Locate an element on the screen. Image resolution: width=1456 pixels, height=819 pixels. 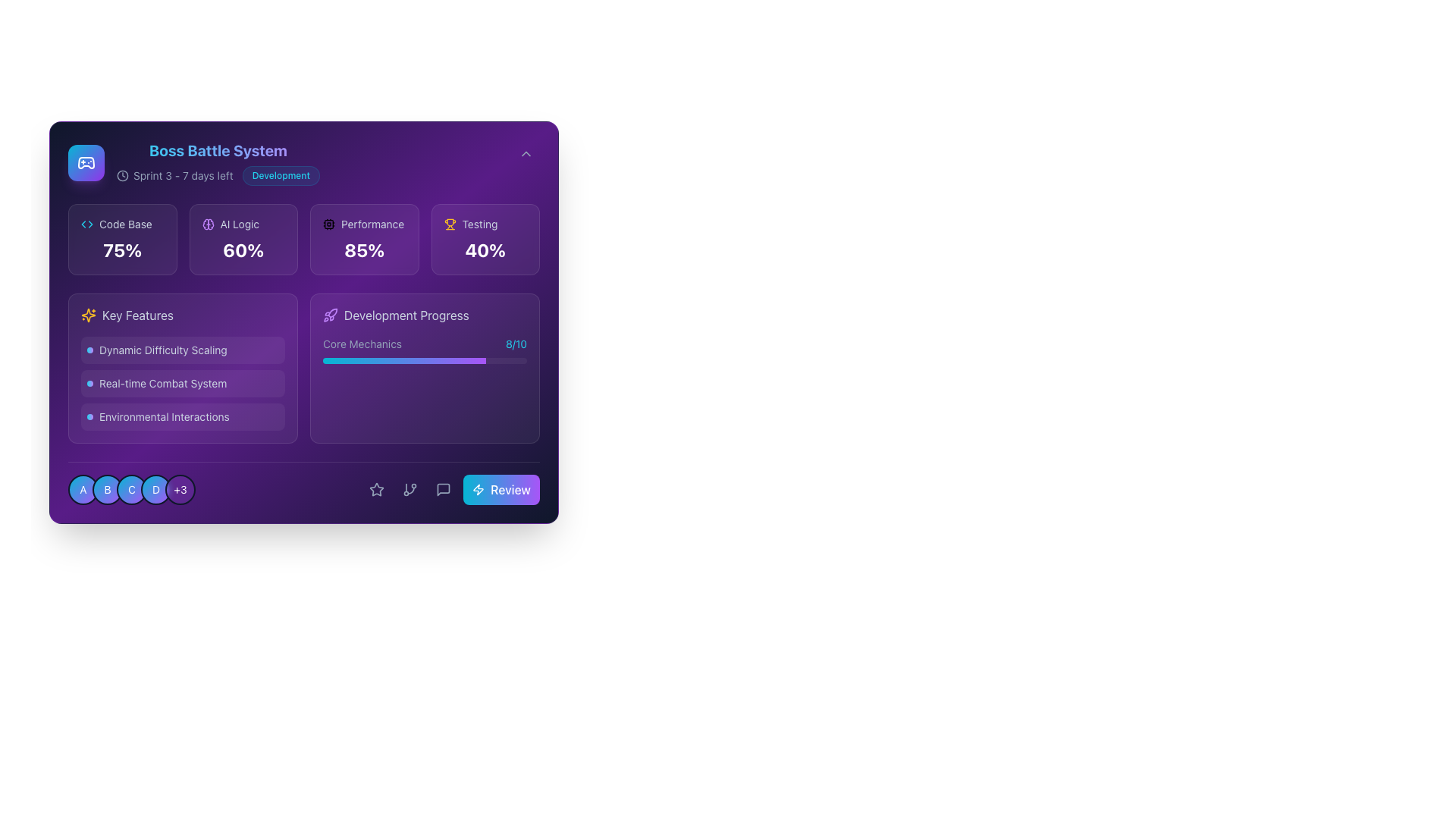
the decorative AI logic icon located in the top central section of the interface, directly aligned to the left of the numeric representation '60% is located at coordinates (207, 224).